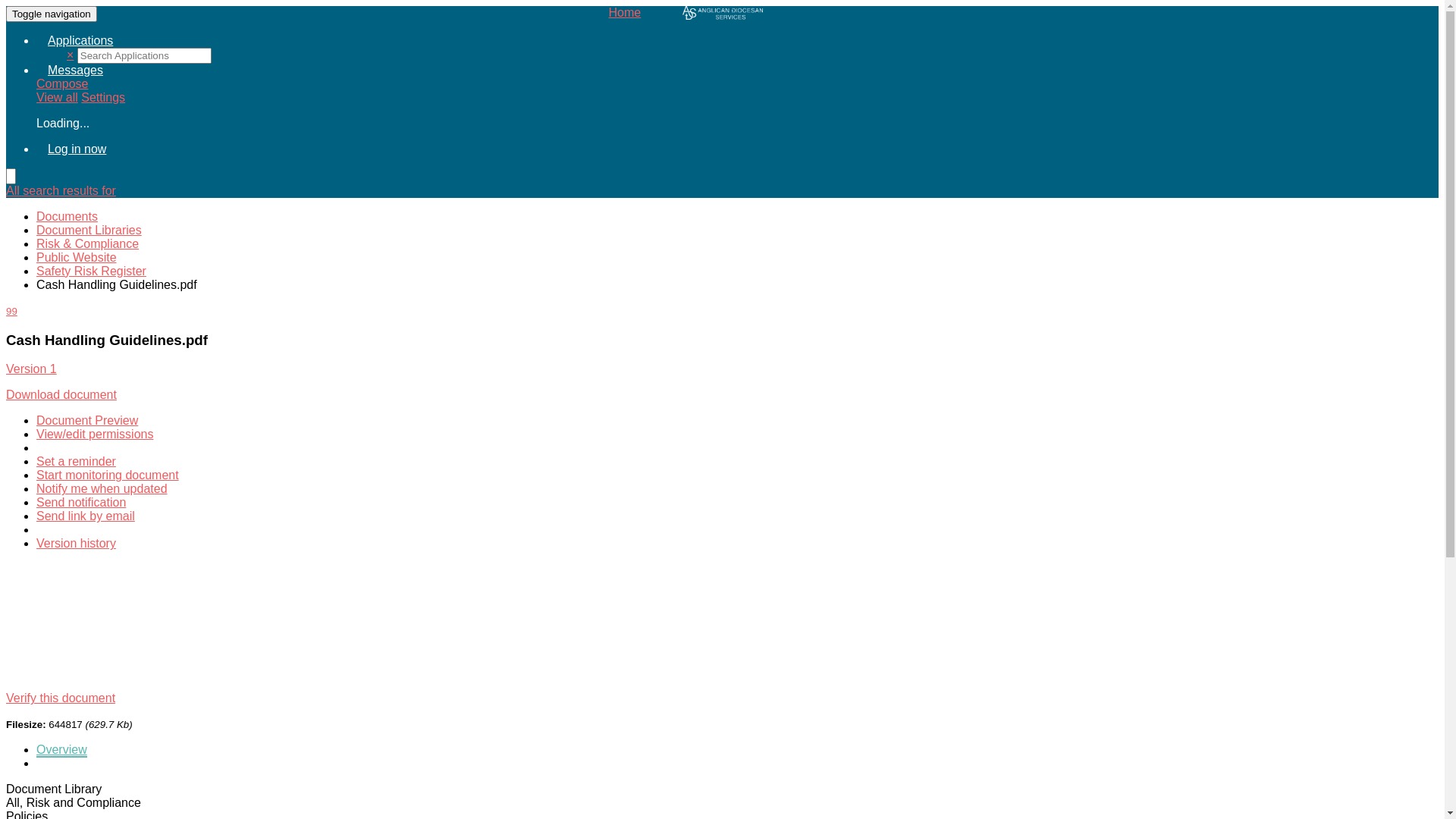 This screenshot has height=819, width=1456. Describe the element at coordinates (36, 39) in the screenshot. I see `'Applications'` at that location.